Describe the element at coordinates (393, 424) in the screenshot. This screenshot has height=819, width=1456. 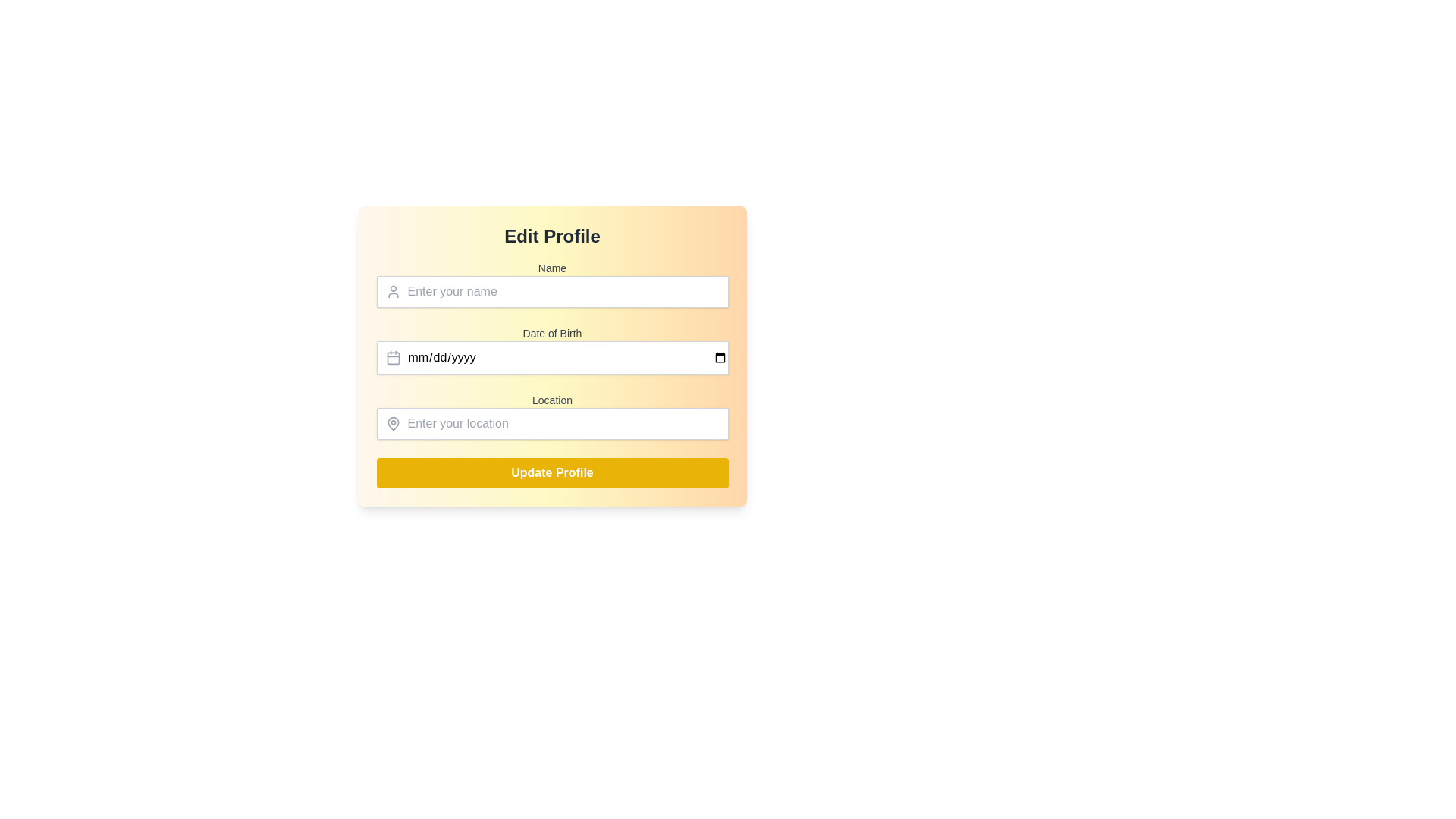
I see `the location icon positioned on the left side of the 'Location' input field in the 'Edit Profile' interface` at that location.